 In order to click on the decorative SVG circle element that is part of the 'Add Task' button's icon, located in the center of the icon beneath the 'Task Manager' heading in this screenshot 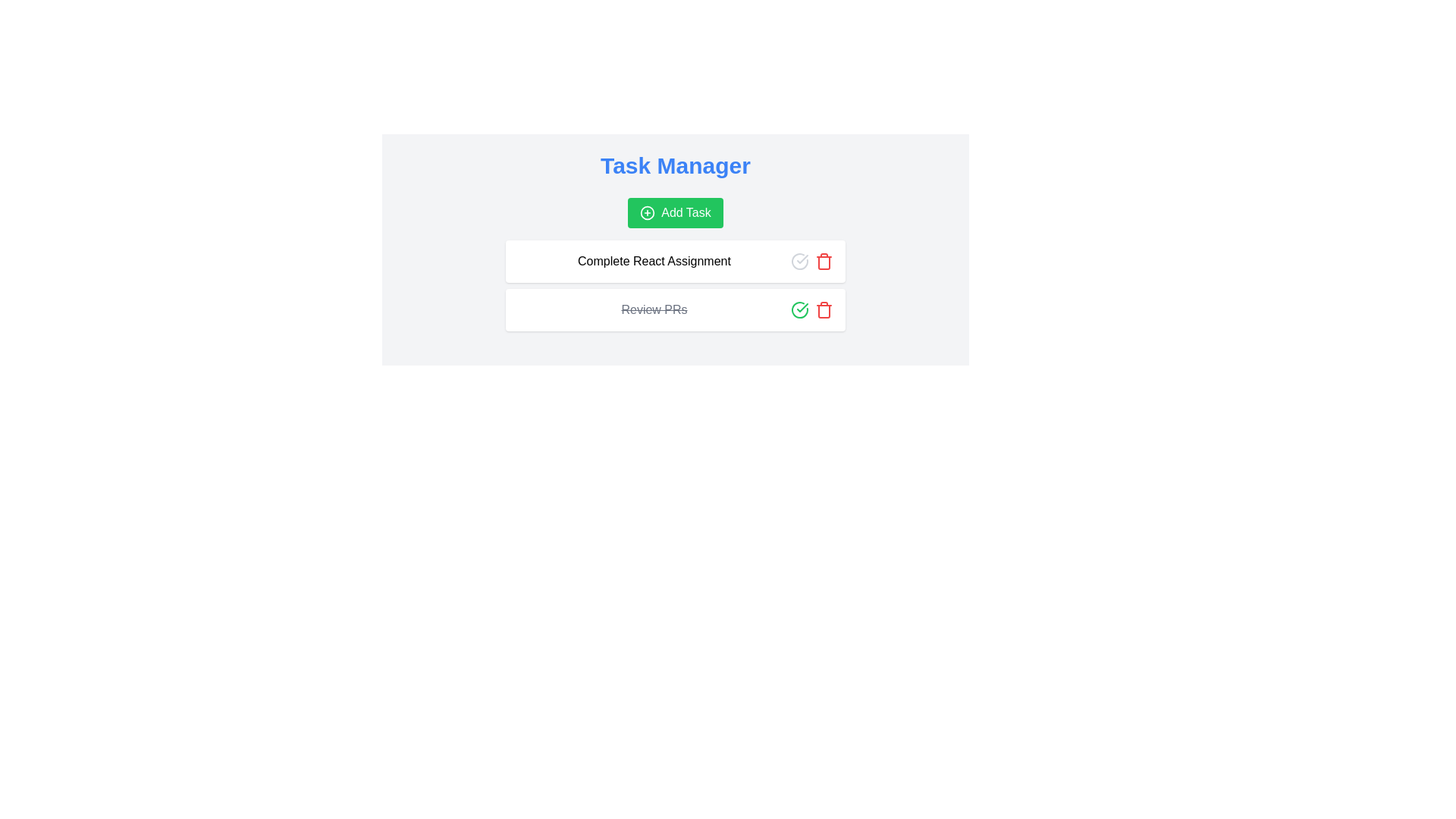, I will do `click(648, 213)`.